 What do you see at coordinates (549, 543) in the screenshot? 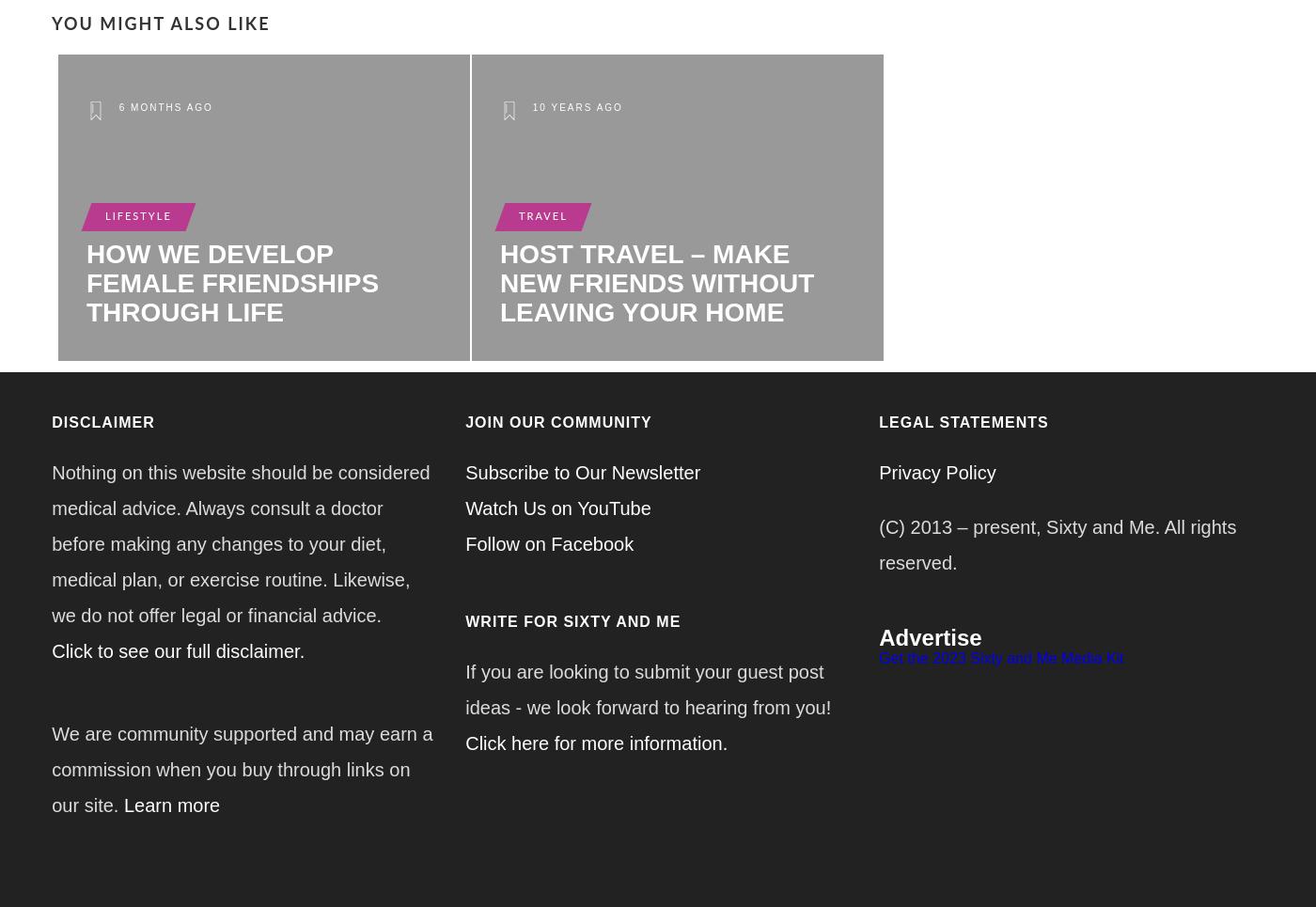
I see `'Follow on Facebook'` at bounding box center [549, 543].